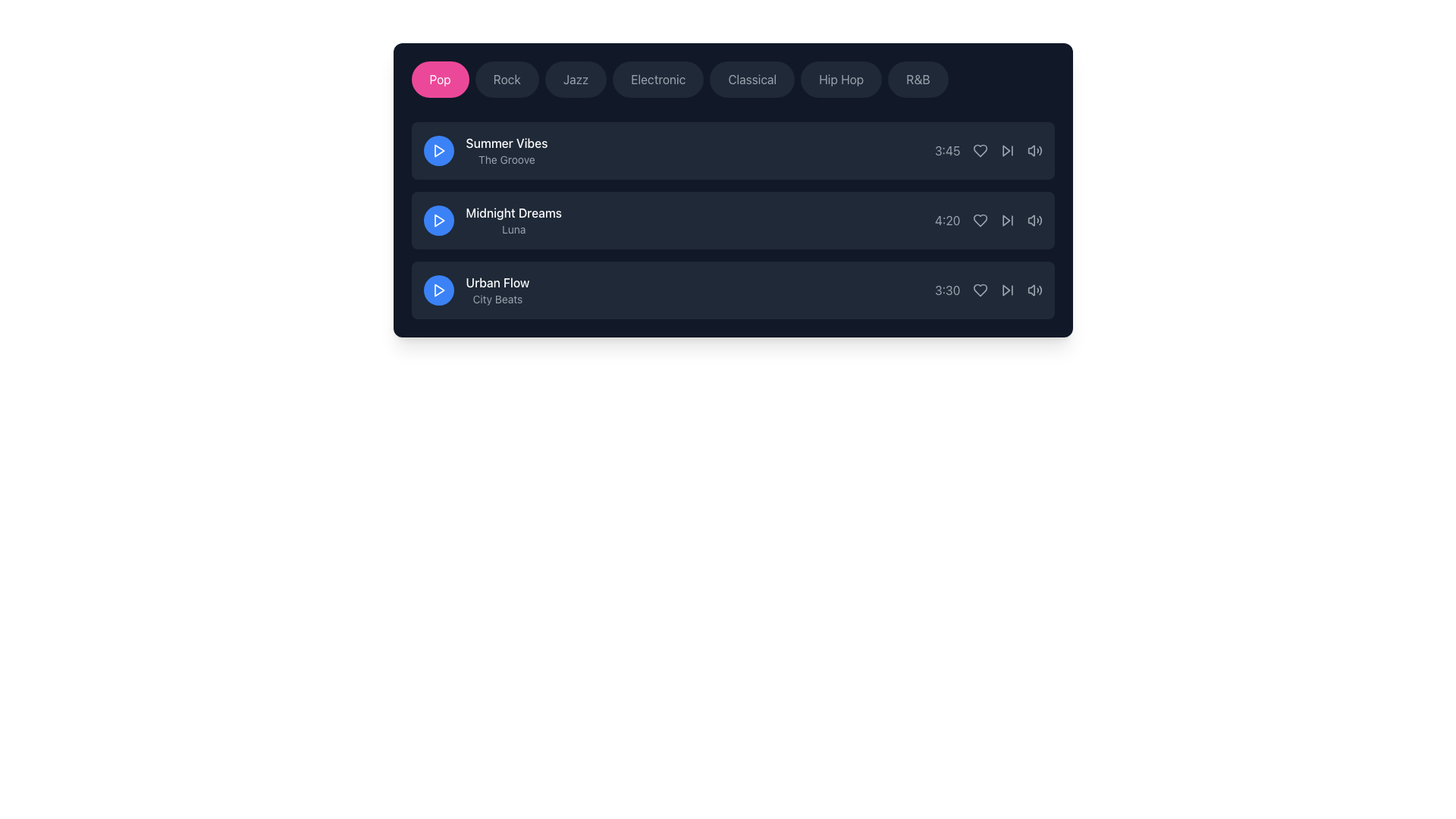 The width and height of the screenshot is (1456, 819). I want to click on the text label positioned below the 'Urban Flow' title on the far-right of the third listed item, so click(497, 299).